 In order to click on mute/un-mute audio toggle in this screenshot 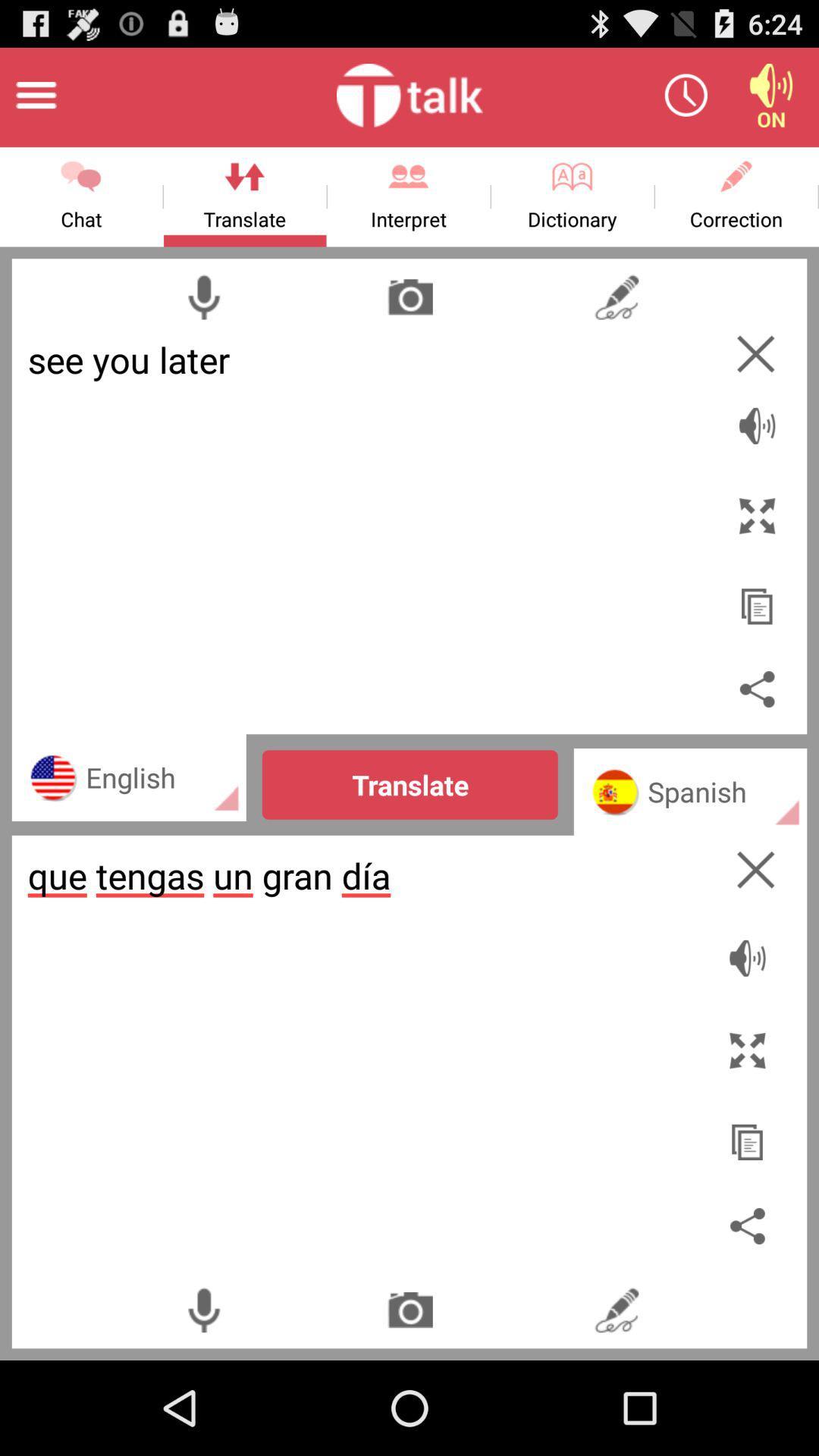, I will do `click(751, 949)`.